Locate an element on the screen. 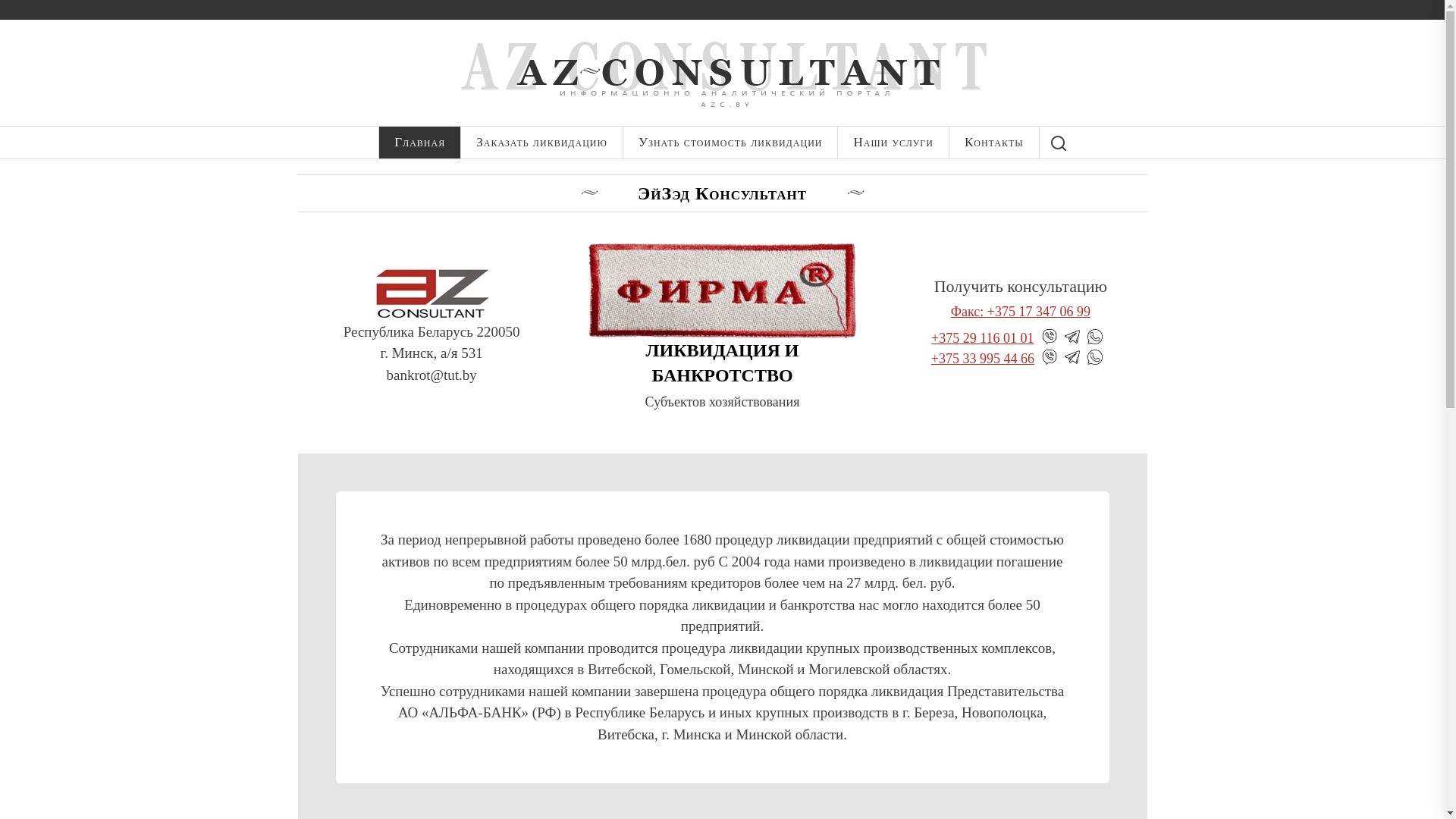 The width and height of the screenshot is (1456, 819). '+375 33 995 44 66' is located at coordinates (983, 359).